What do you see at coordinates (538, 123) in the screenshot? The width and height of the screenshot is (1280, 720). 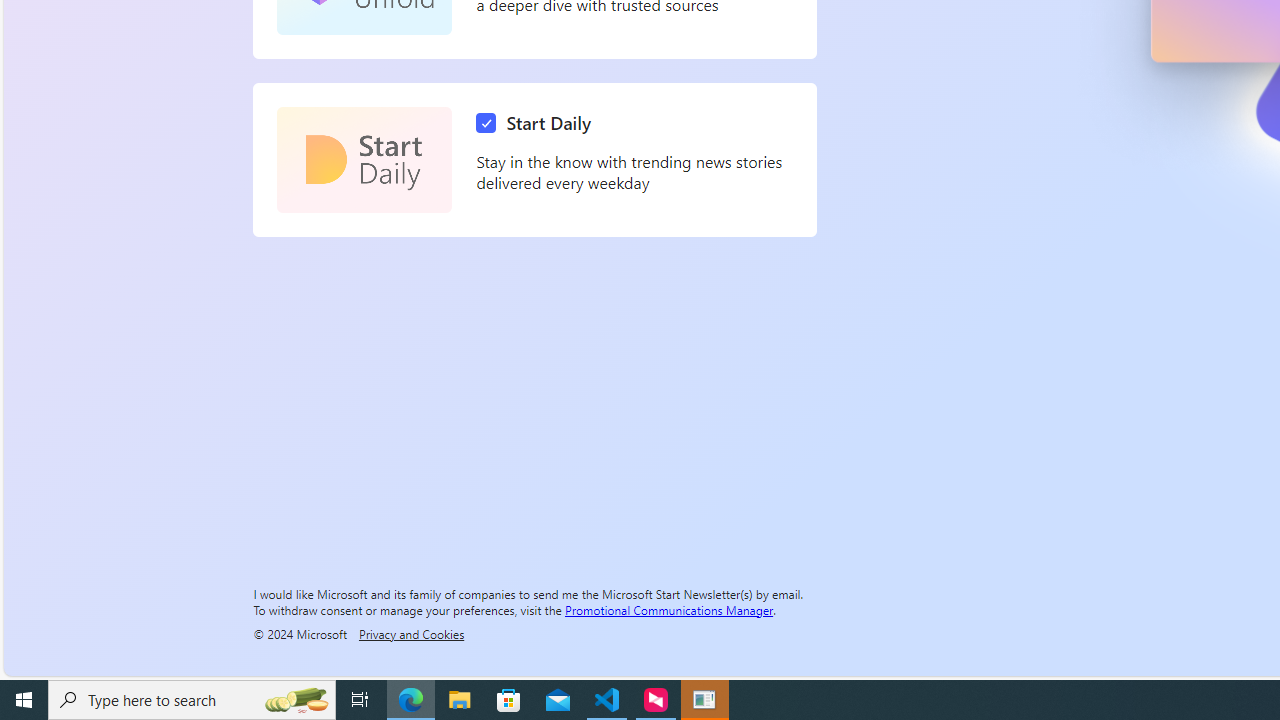 I see `'Start Daily'` at bounding box center [538, 123].